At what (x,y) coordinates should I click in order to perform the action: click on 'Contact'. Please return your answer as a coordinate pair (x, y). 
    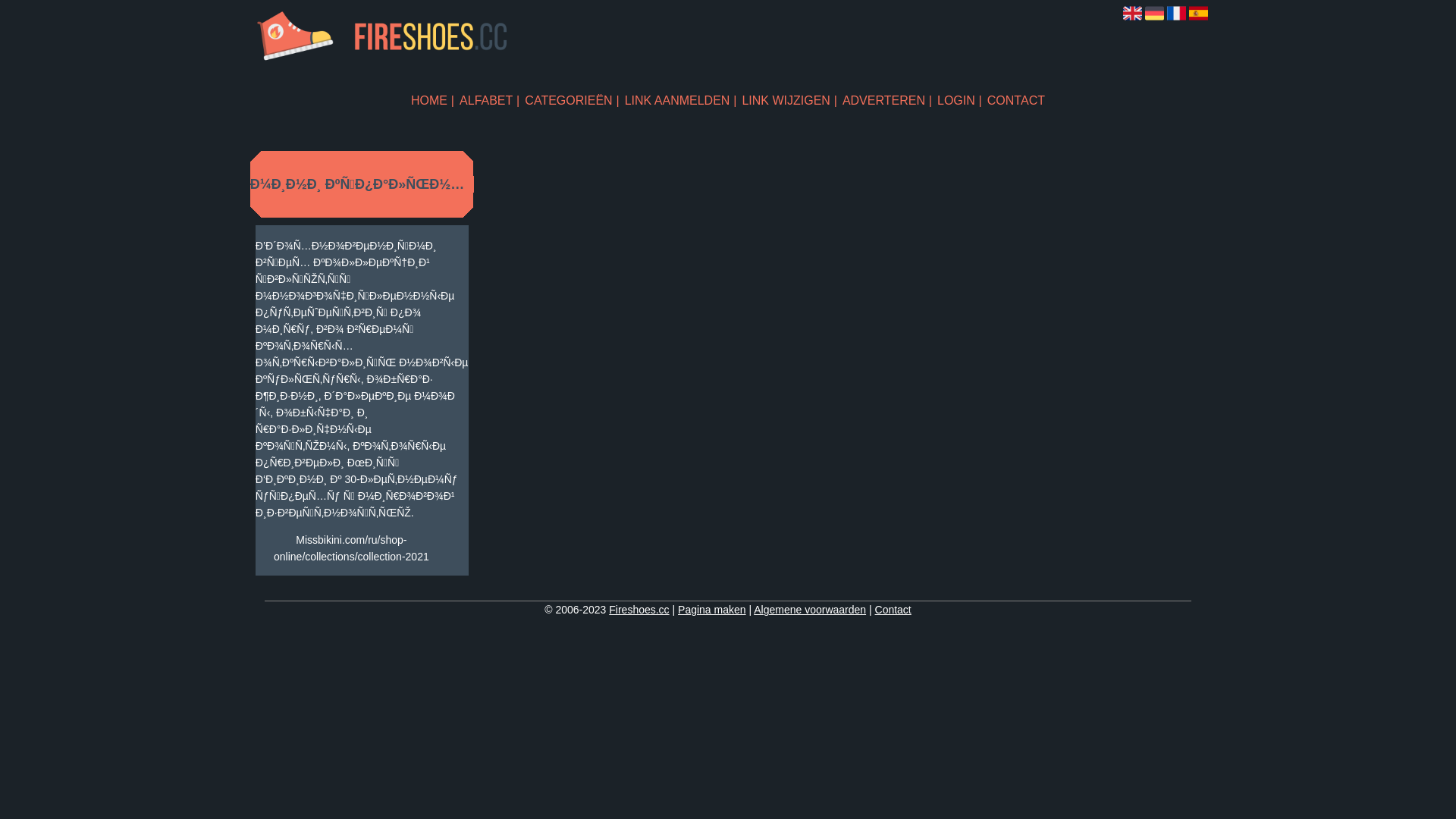
    Looking at the image, I should click on (893, 608).